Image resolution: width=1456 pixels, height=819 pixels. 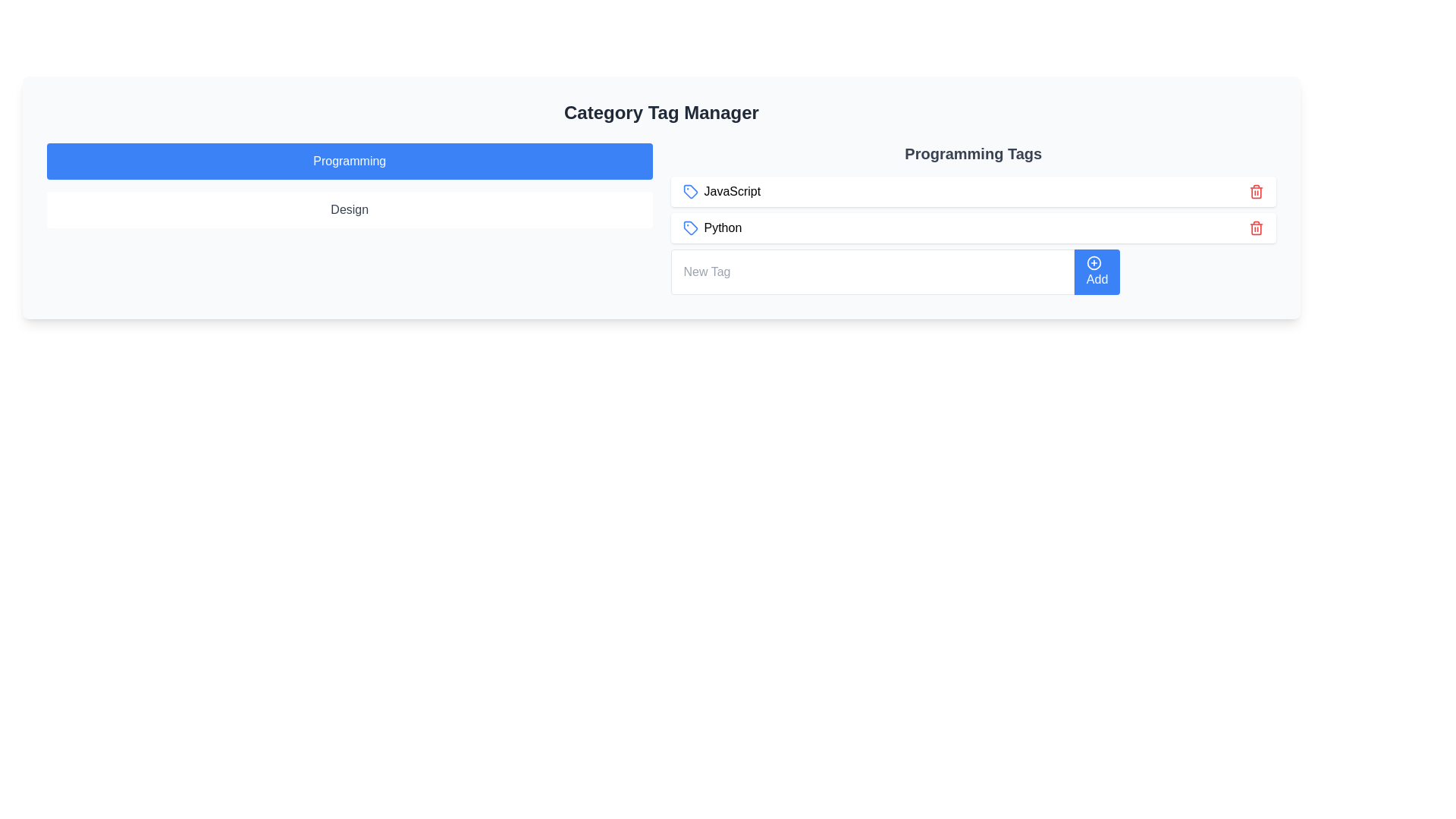 What do you see at coordinates (973, 227) in the screenshot?
I see `the 'Python' programming tag, which is the second tag listed under the 'Programming Tags' section` at bounding box center [973, 227].